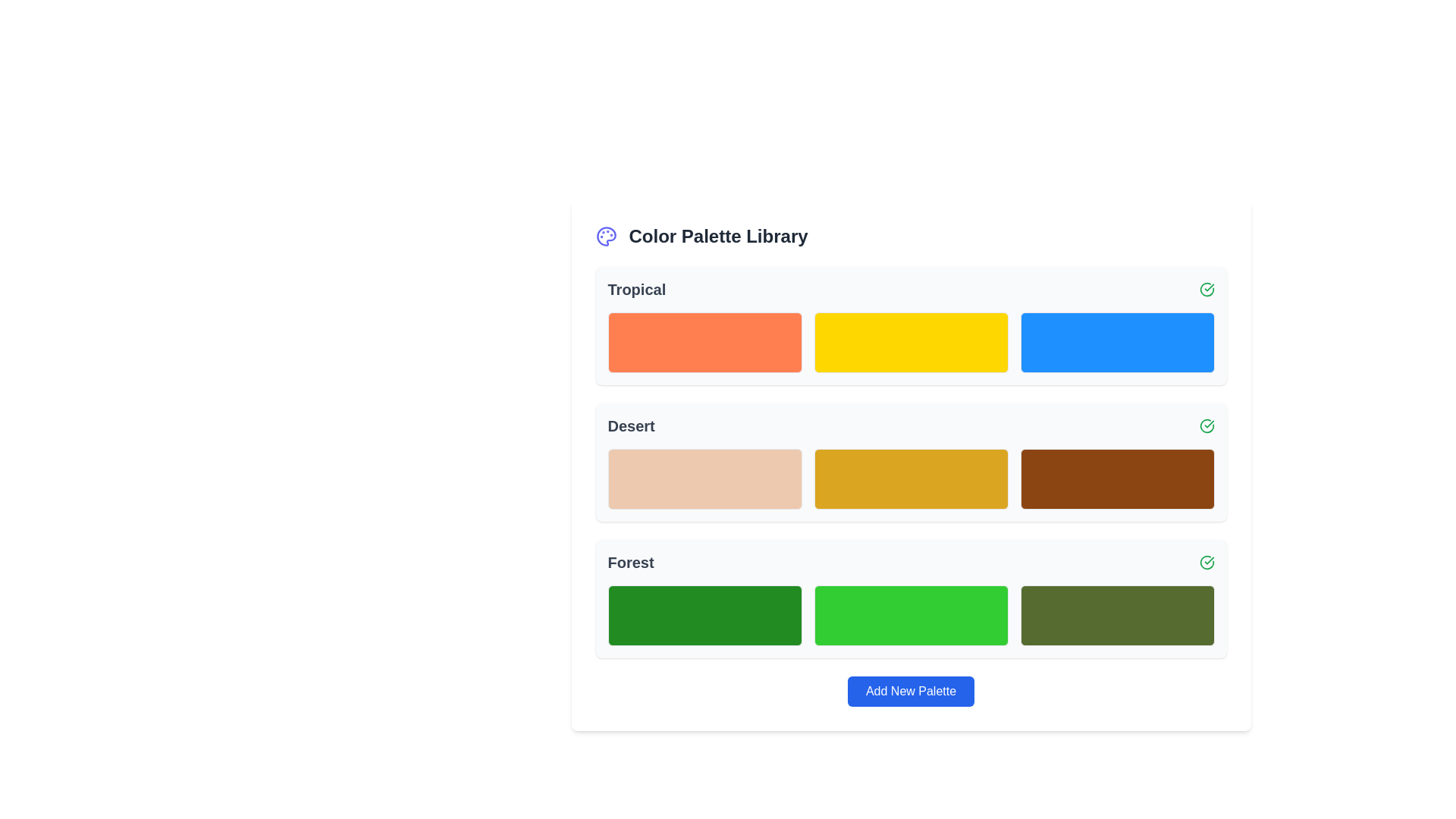 The width and height of the screenshot is (1456, 819). Describe the element at coordinates (605, 237) in the screenshot. I see `the blue palette icon with color dots located before the text 'Color Palette Library'` at that location.